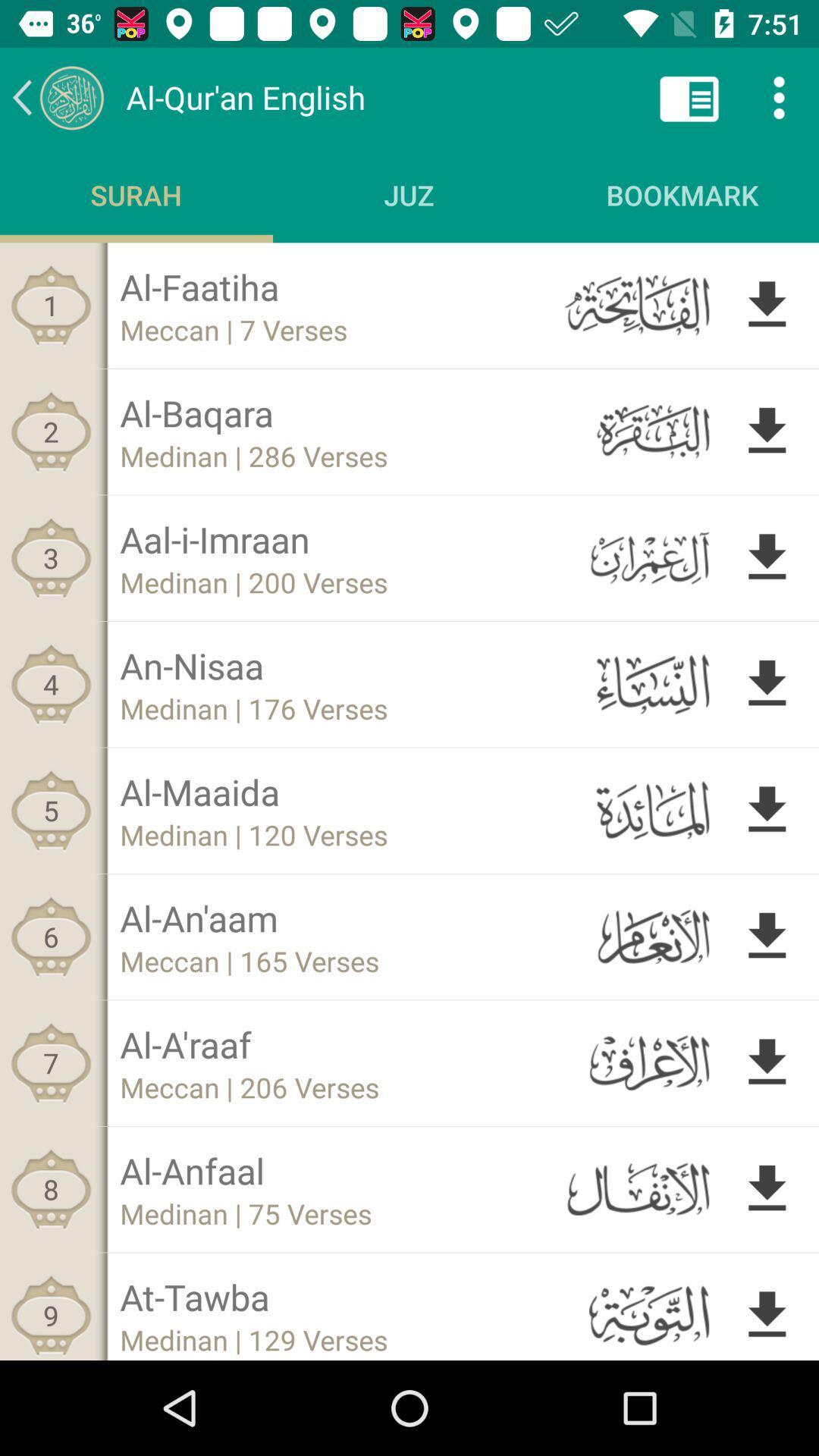 Image resolution: width=819 pixels, height=1456 pixels. Describe the element at coordinates (767, 936) in the screenshot. I see `download option` at that location.